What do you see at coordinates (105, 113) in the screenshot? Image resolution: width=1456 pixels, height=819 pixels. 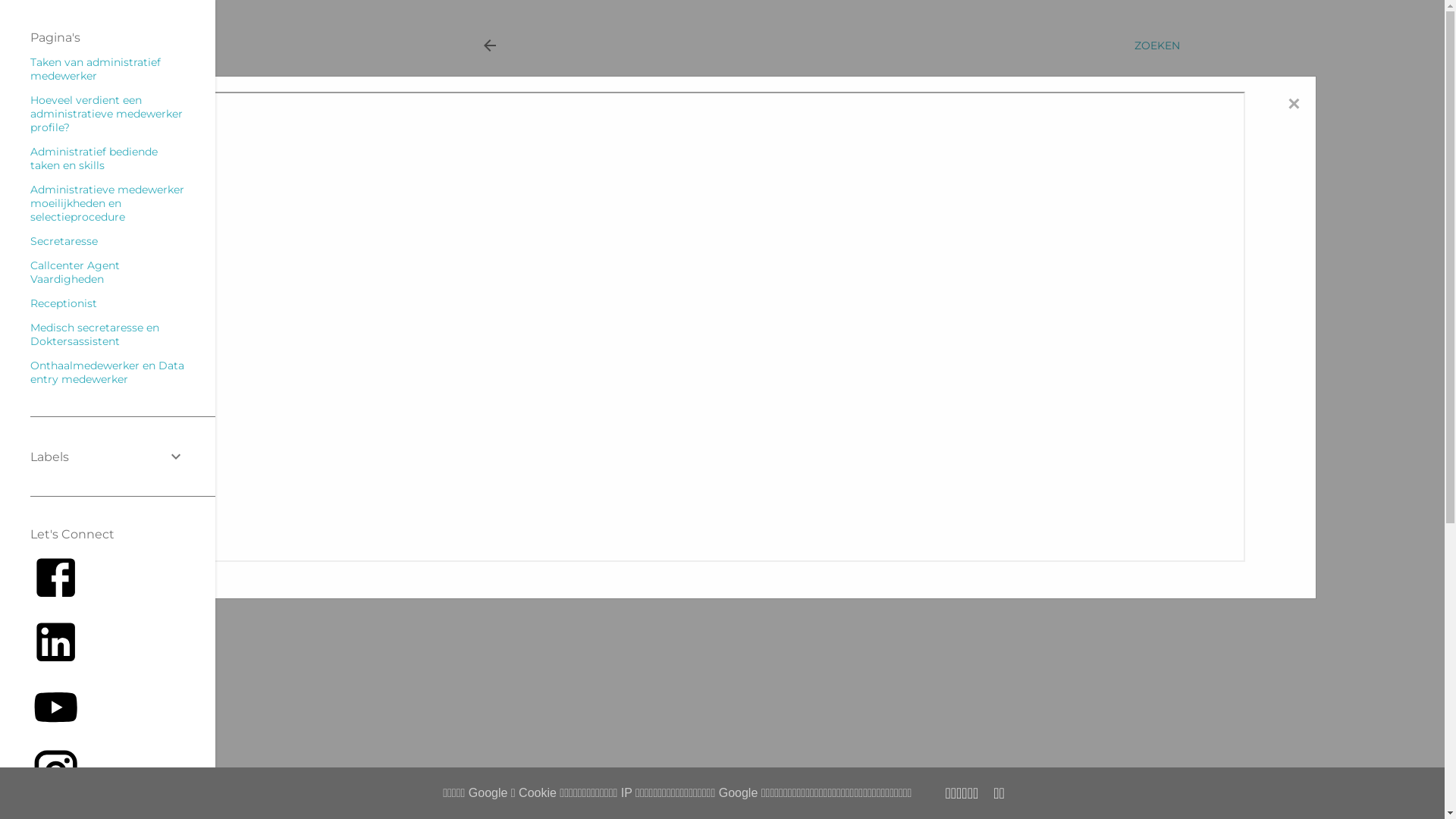 I see `'Hoeveel verdient een administratieve medewerker profile?'` at bounding box center [105, 113].